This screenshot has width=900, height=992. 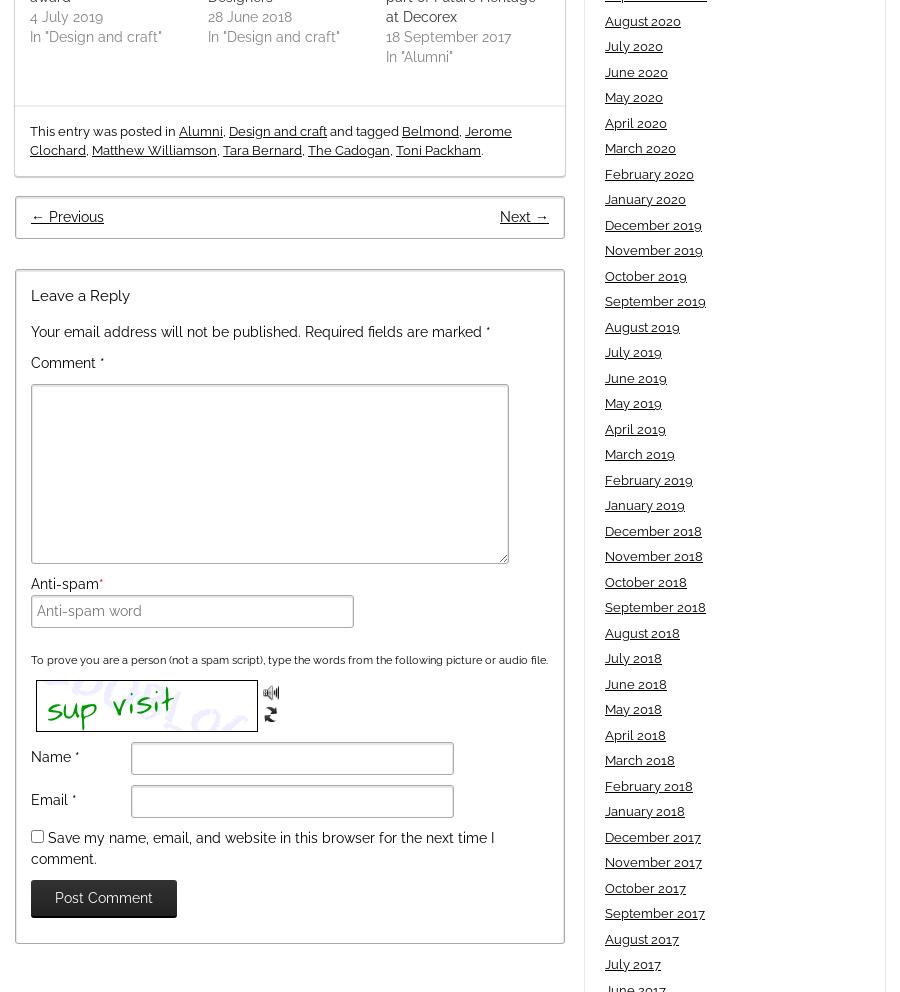 I want to click on 'April 2020', so click(x=636, y=121).